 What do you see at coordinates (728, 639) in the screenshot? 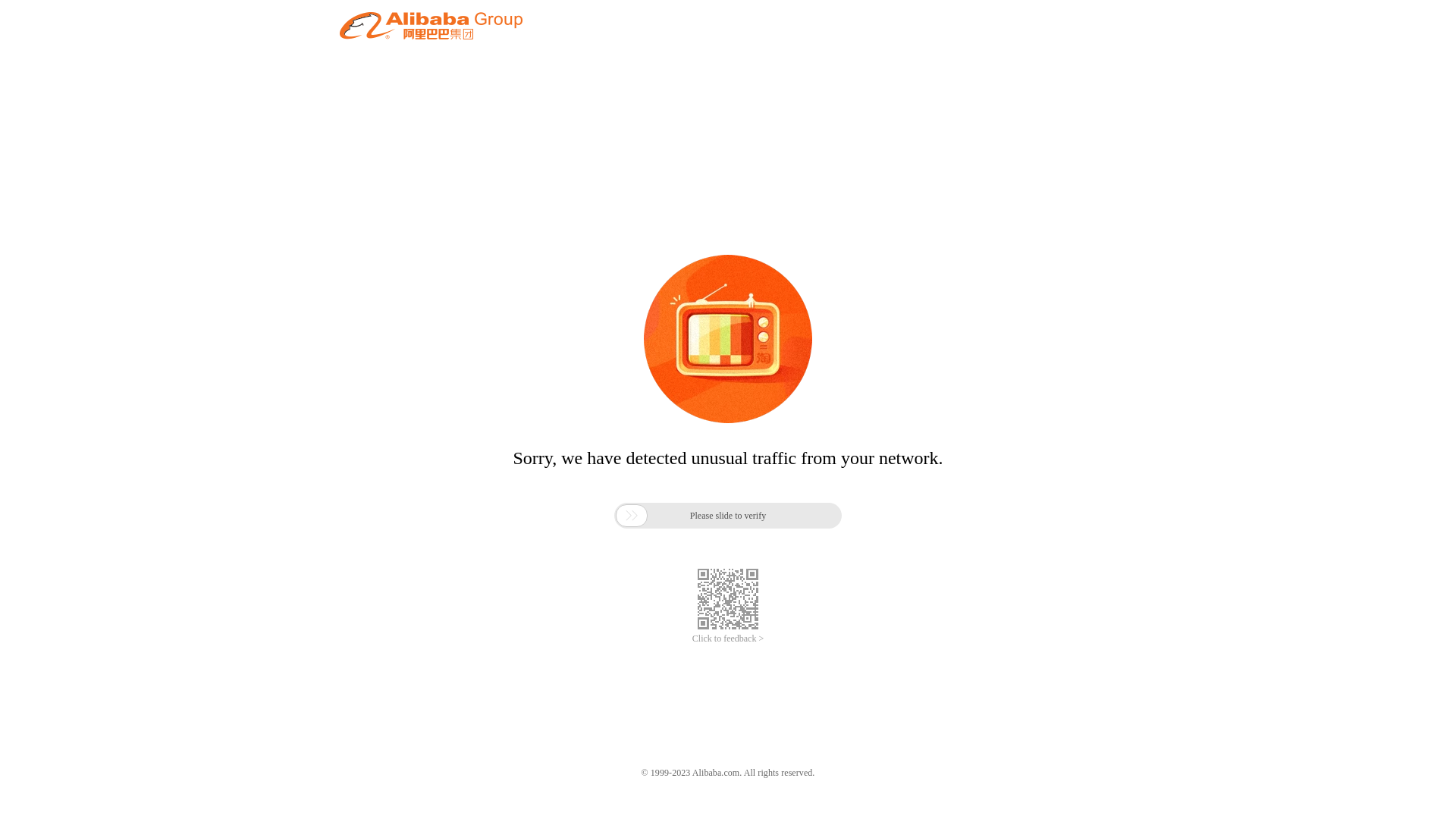
I see `'Click to feedback >'` at bounding box center [728, 639].